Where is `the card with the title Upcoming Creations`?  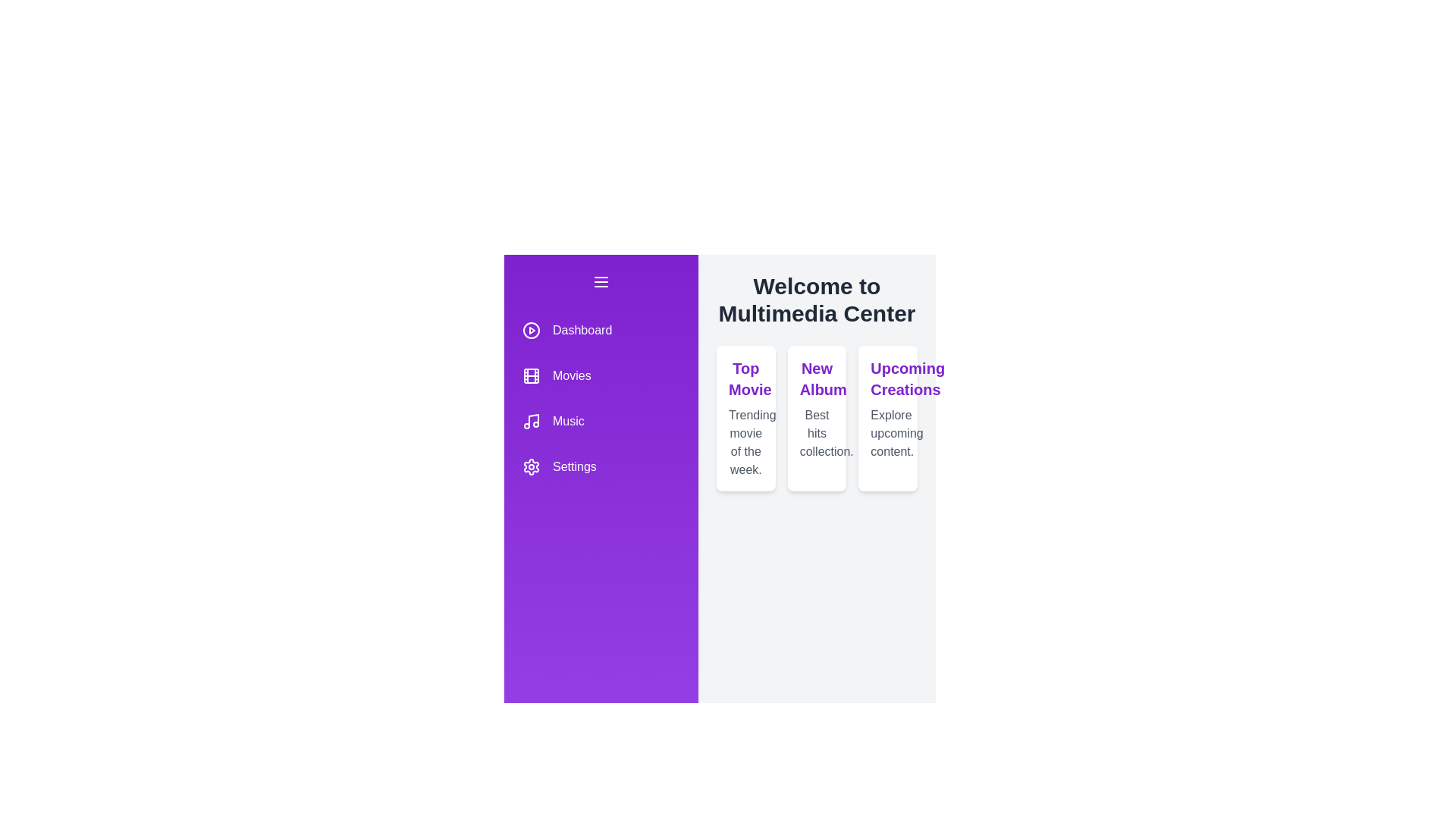
the card with the title Upcoming Creations is located at coordinates (888, 418).